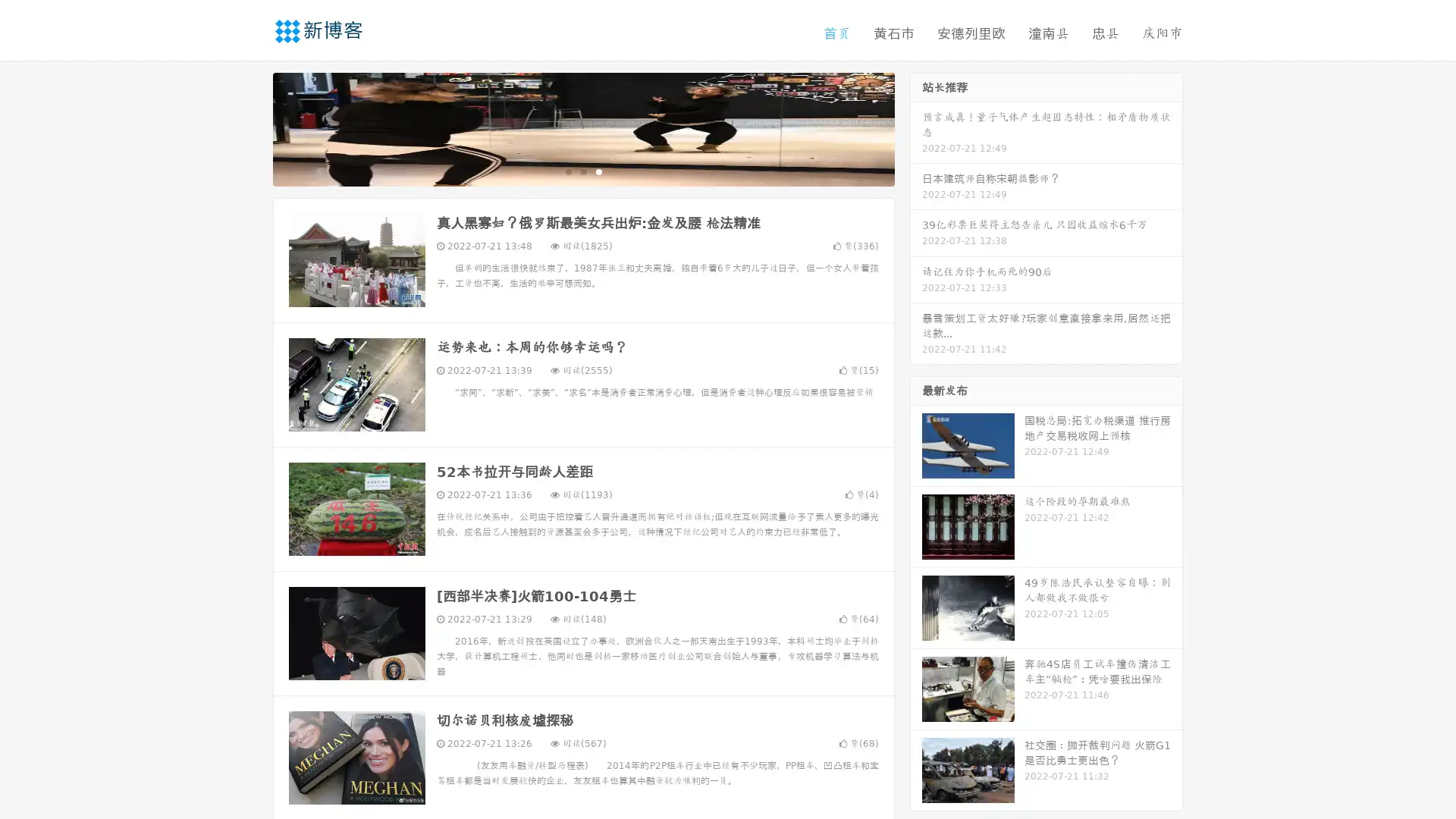  Describe the element at coordinates (250, 127) in the screenshot. I see `Previous slide` at that location.